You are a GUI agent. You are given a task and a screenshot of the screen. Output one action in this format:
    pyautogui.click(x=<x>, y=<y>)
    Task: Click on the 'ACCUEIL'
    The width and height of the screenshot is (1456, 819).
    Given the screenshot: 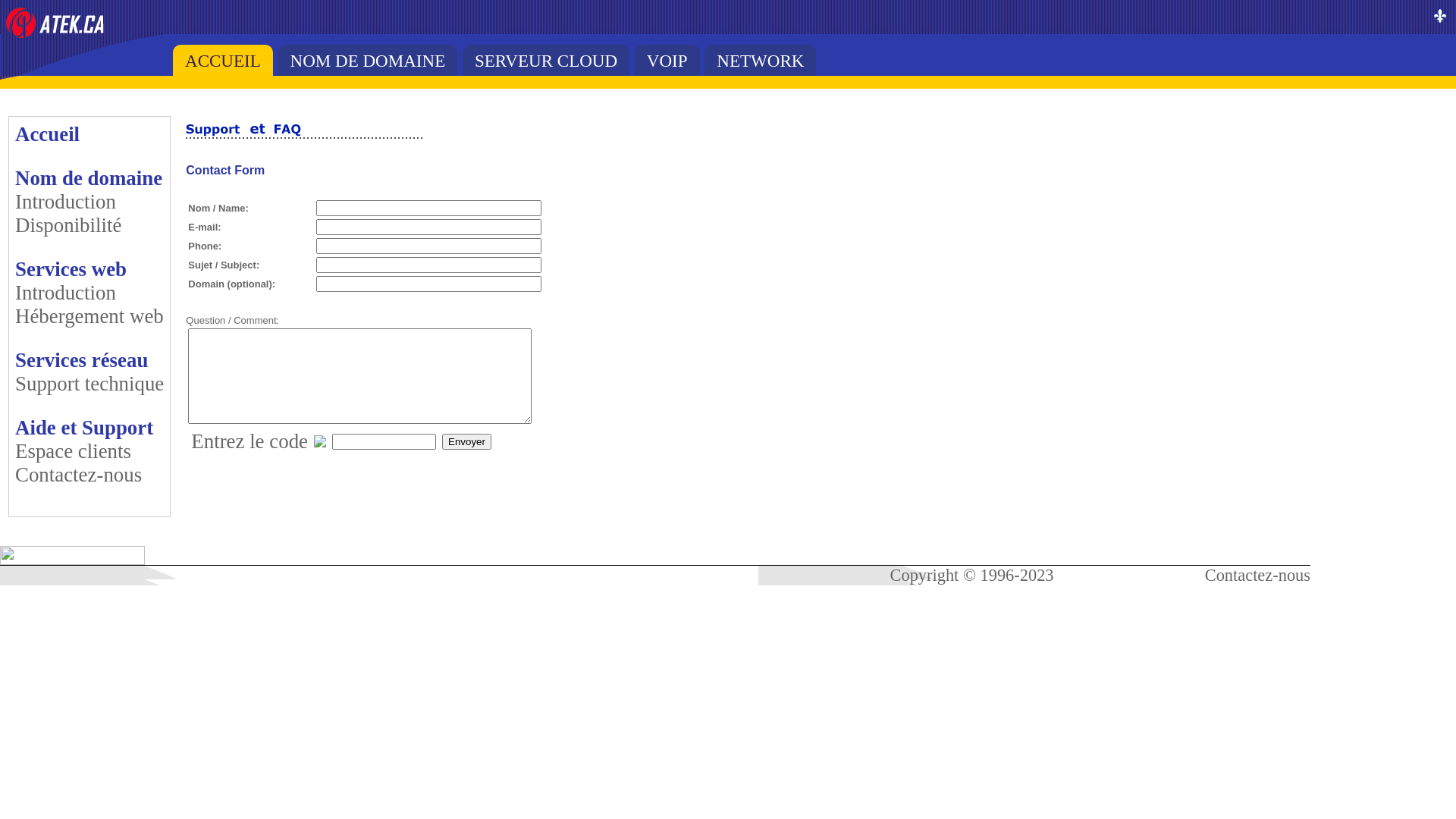 What is the action you would take?
    pyautogui.click(x=221, y=59)
    